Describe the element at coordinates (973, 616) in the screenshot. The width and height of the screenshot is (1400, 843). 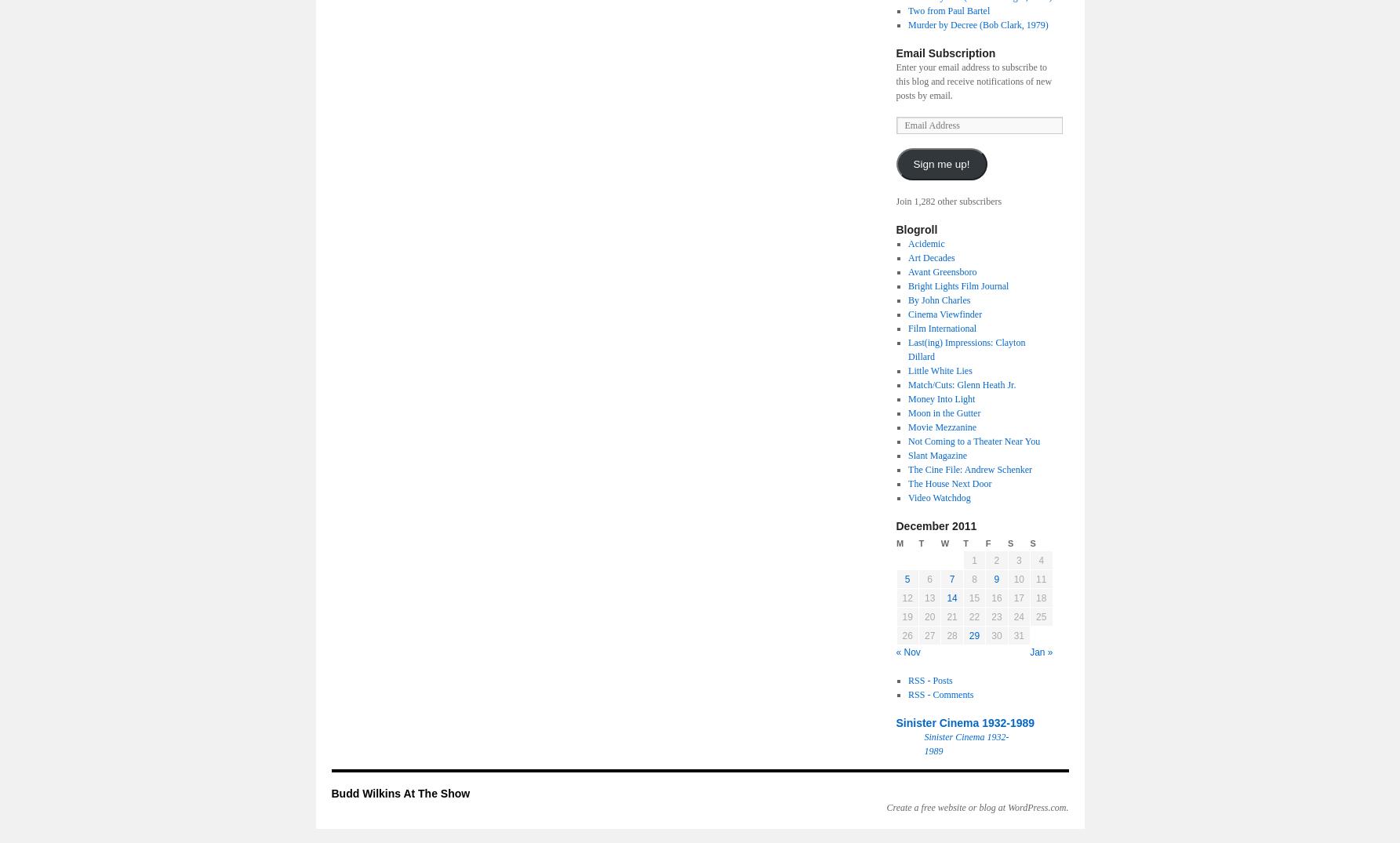
I see `'22'` at that location.